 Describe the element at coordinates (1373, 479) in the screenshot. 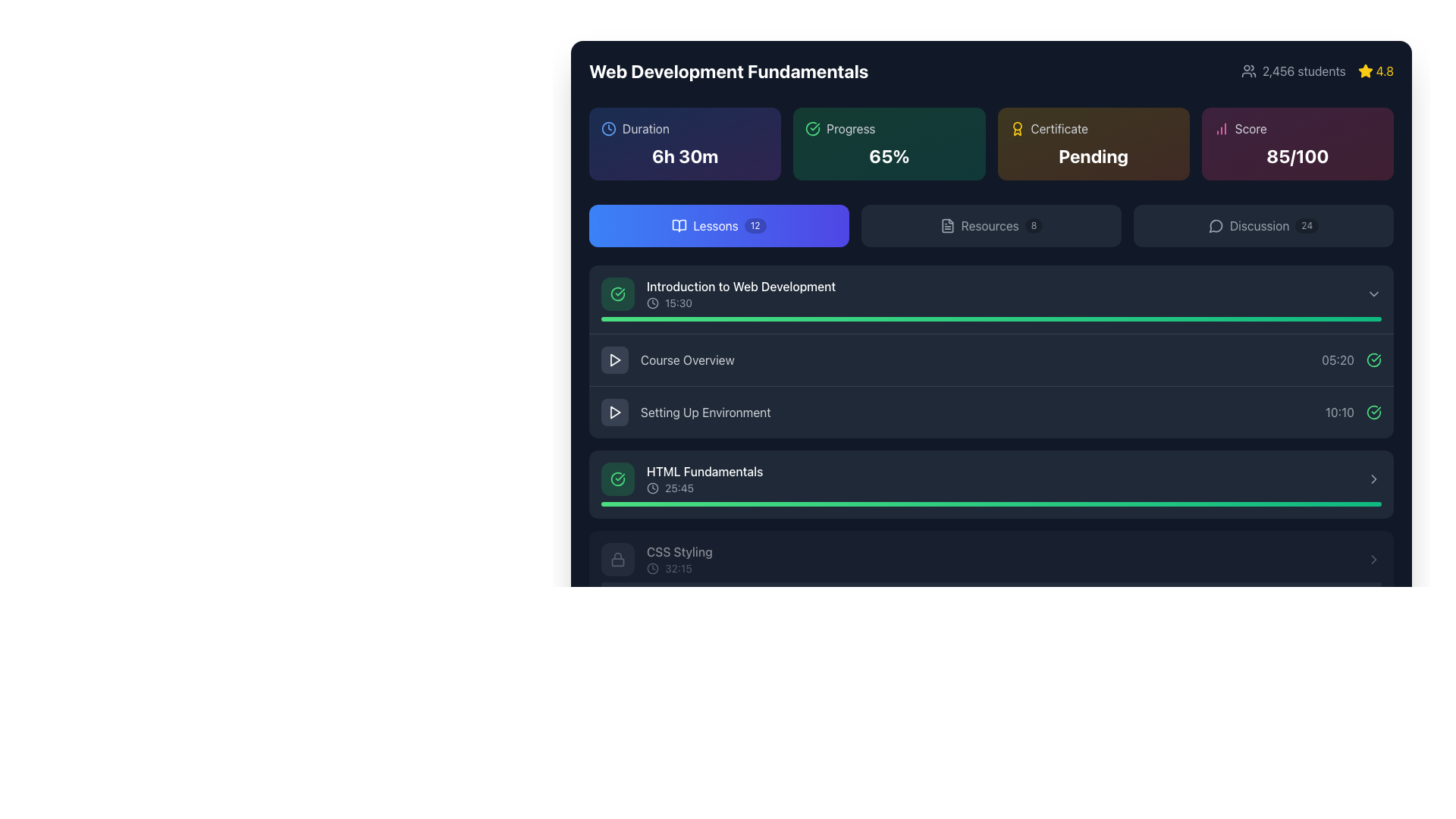

I see `the chevron icon located at the rightmost end of the 'HTML Fundamentals 25:45' section` at that location.